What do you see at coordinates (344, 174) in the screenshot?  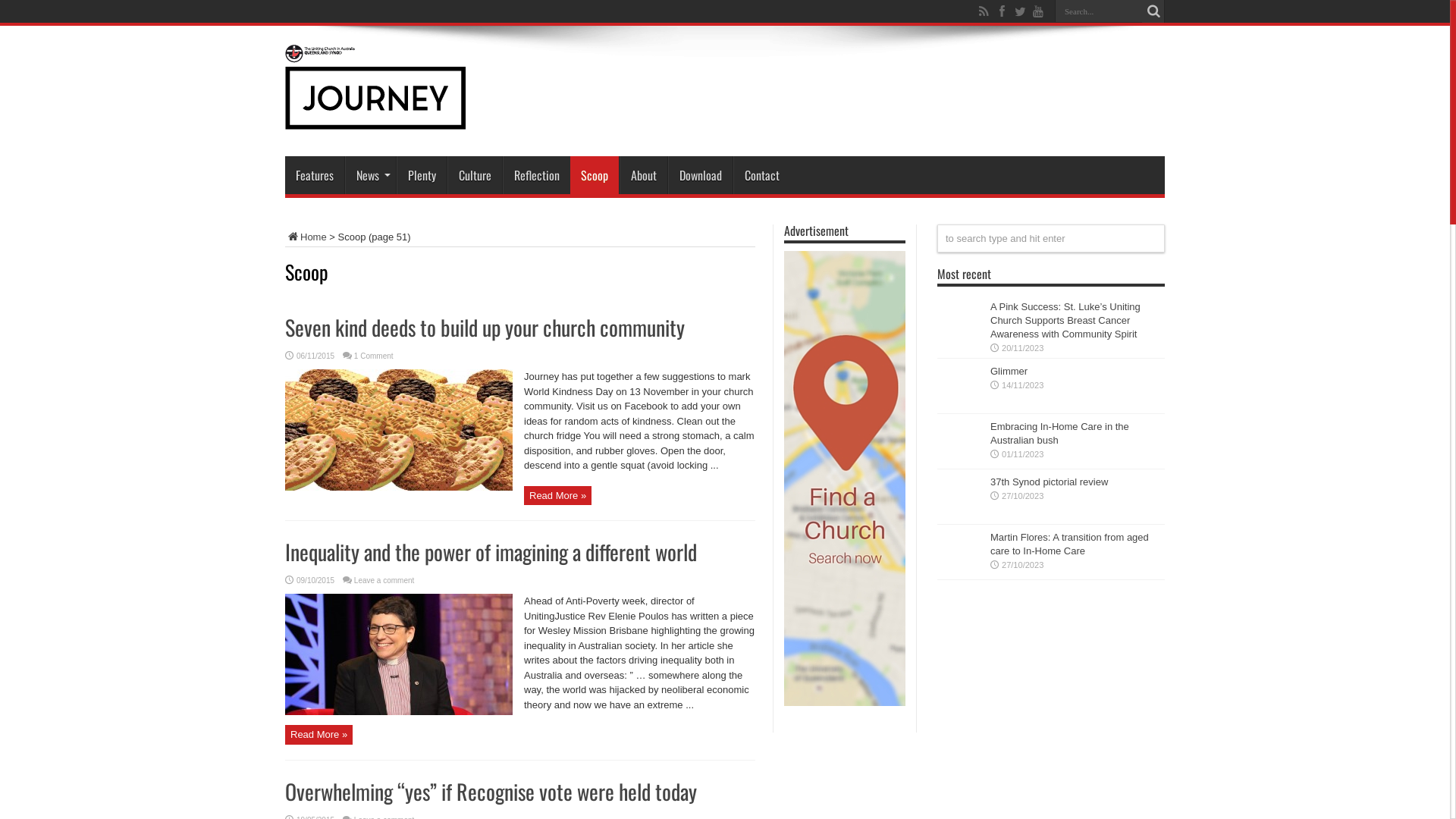 I see `'News'` at bounding box center [344, 174].